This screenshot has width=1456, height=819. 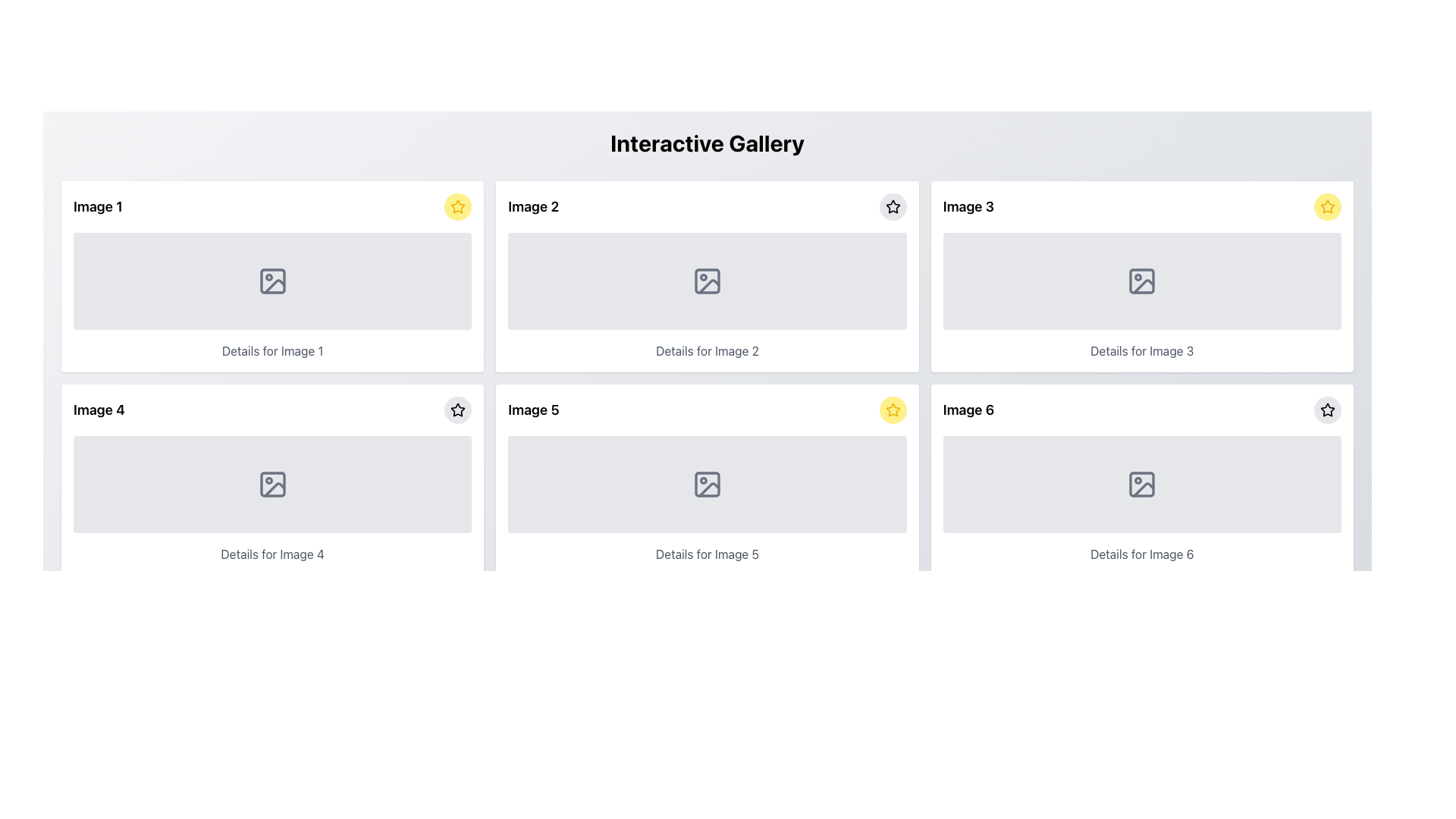 What do you see at coordinates (1142, 479) in the screenshot?
I see `the Informative card titled 'Image 6' for rearrangement, which is located in the second row and third column of the grid layout` at bounding box center [1142, 479].